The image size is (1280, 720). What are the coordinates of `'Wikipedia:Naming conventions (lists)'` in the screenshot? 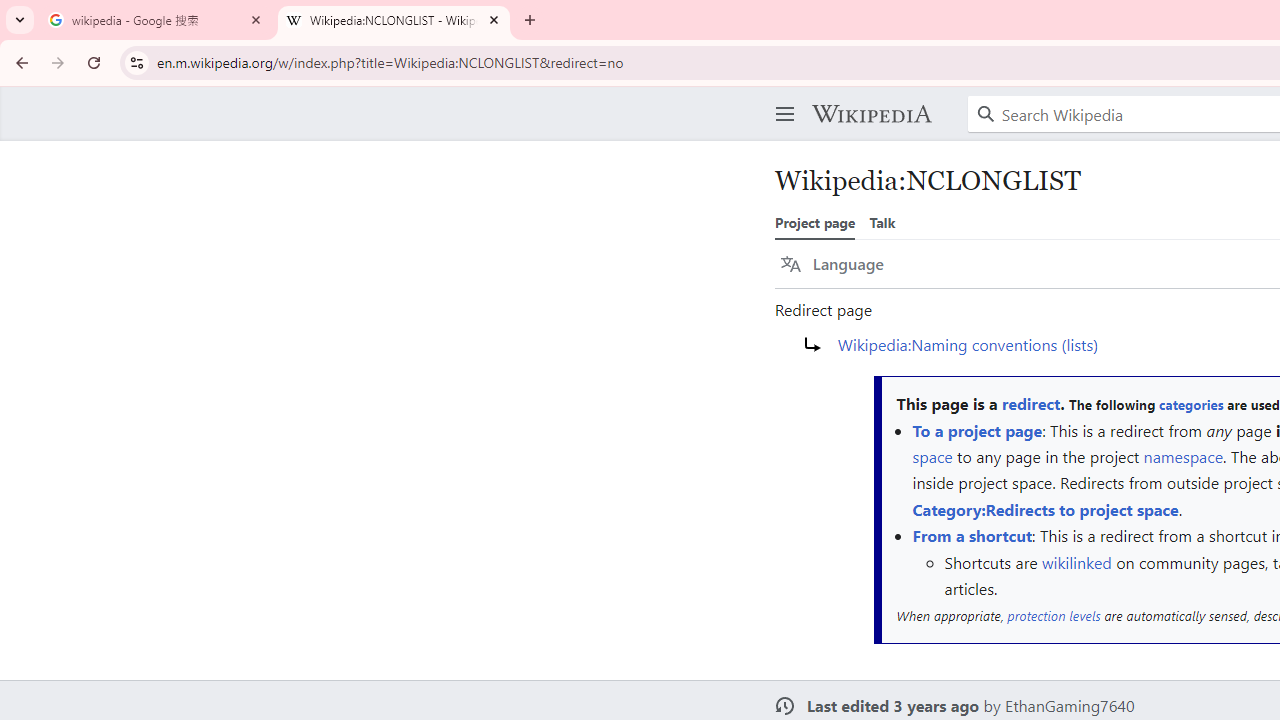 It's located at (968, 342).